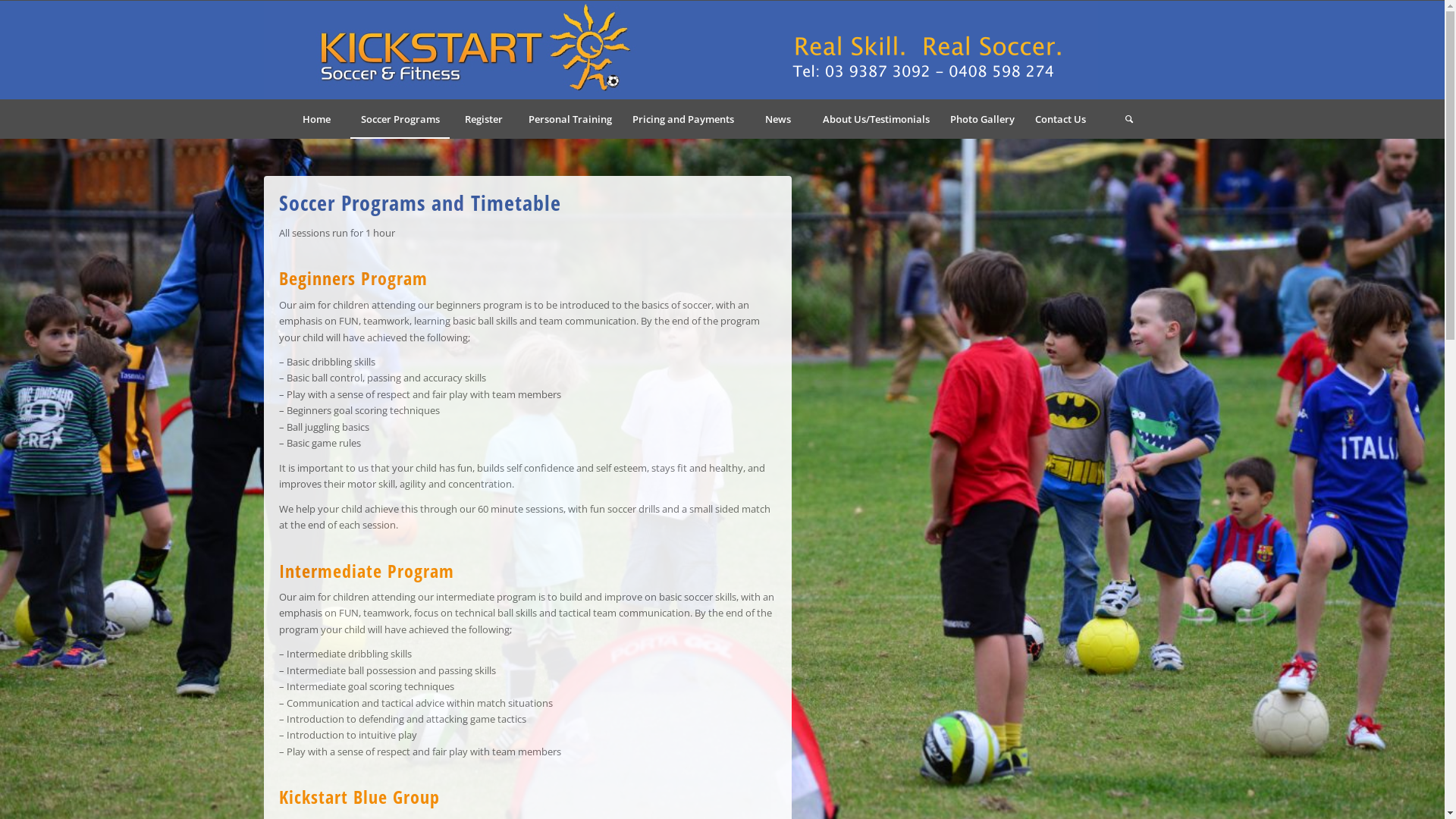 The image size is (1456, 819). What do you see at coordinates (1058, 118) in the screenshot?
I see `'Contact Us'` at bounding box center [1058, 118].